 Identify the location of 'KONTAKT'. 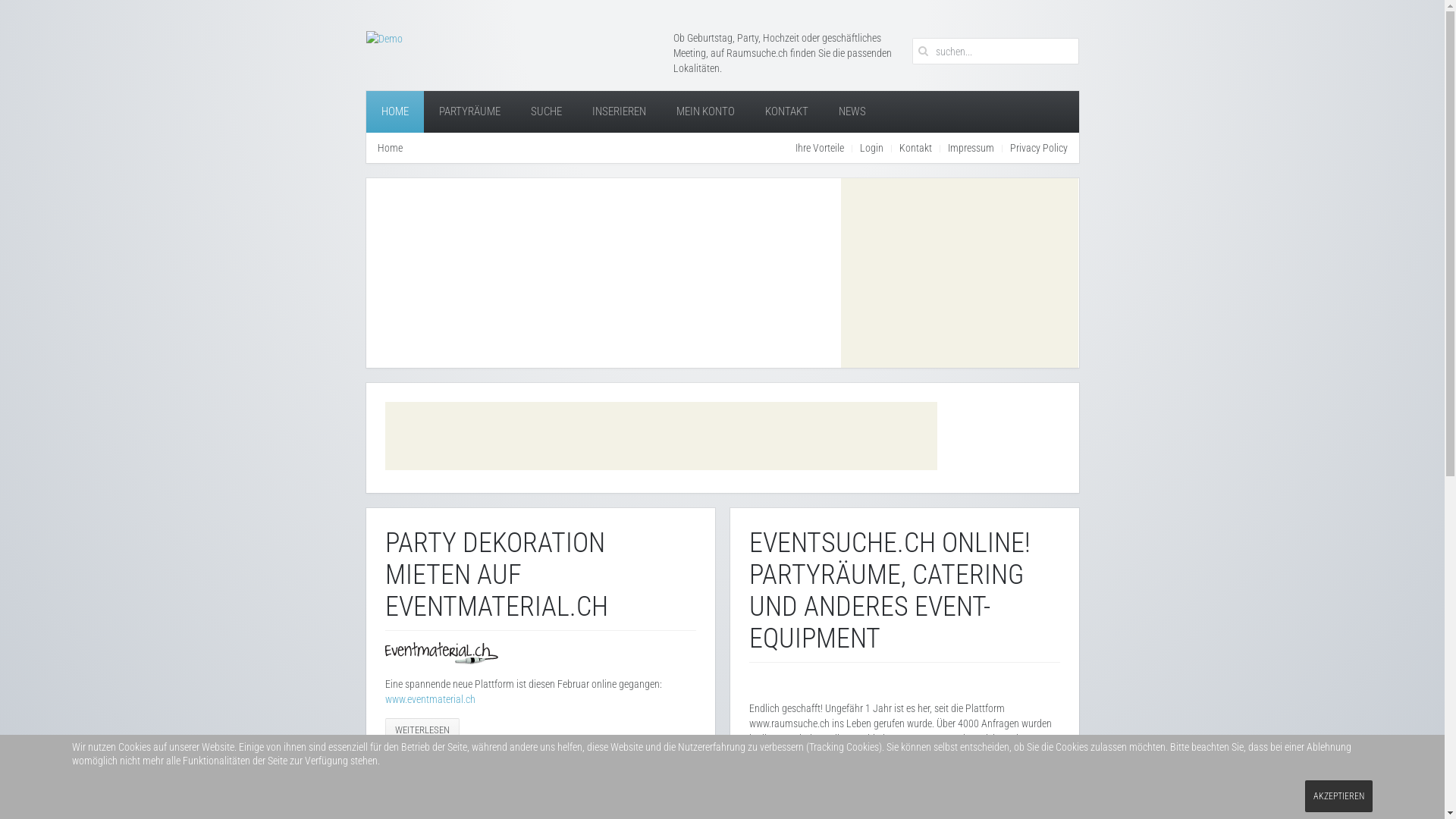
(749, 111).